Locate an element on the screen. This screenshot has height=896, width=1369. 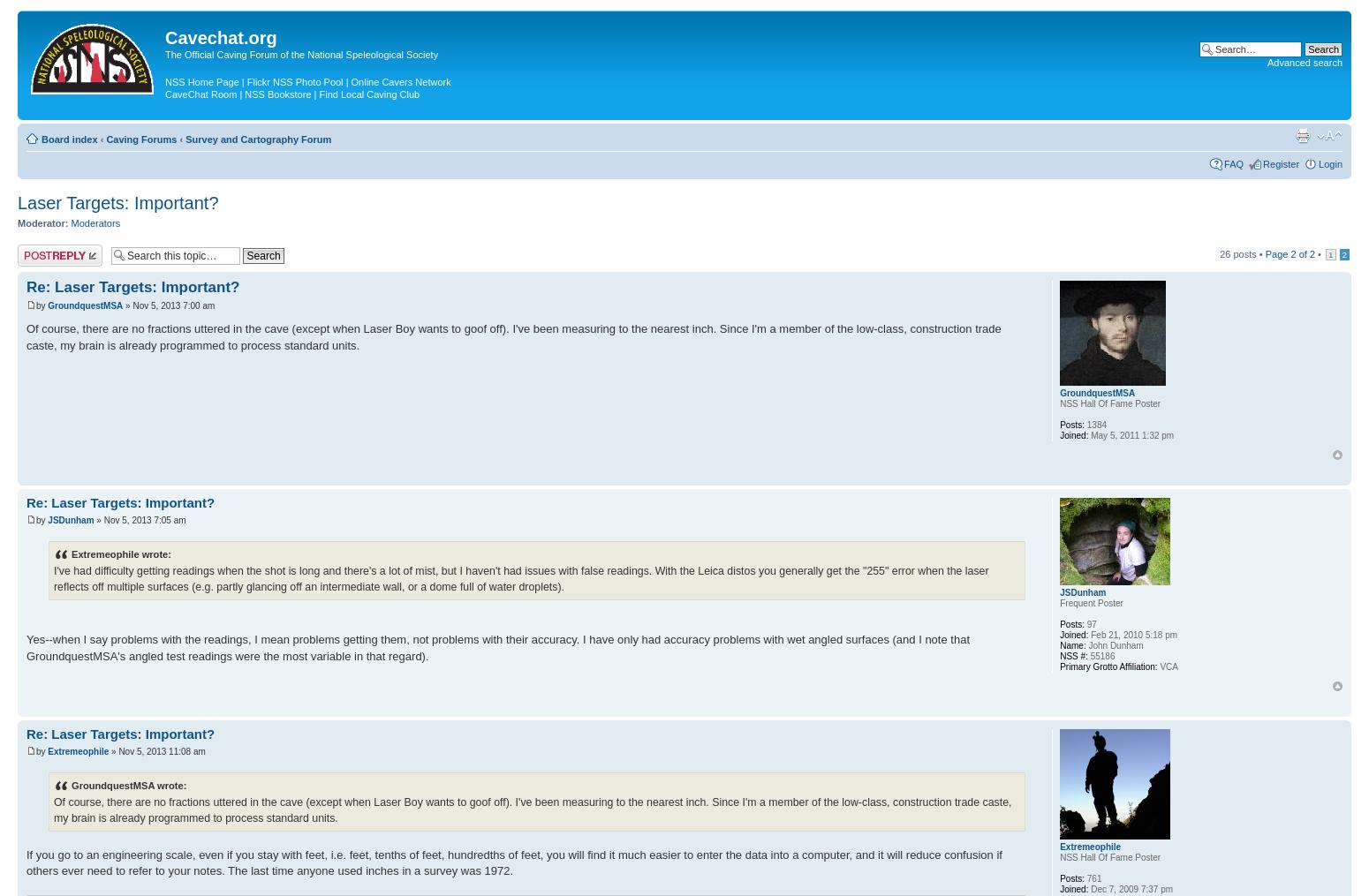
'Moderator:' is located at coordinates (42, 223).